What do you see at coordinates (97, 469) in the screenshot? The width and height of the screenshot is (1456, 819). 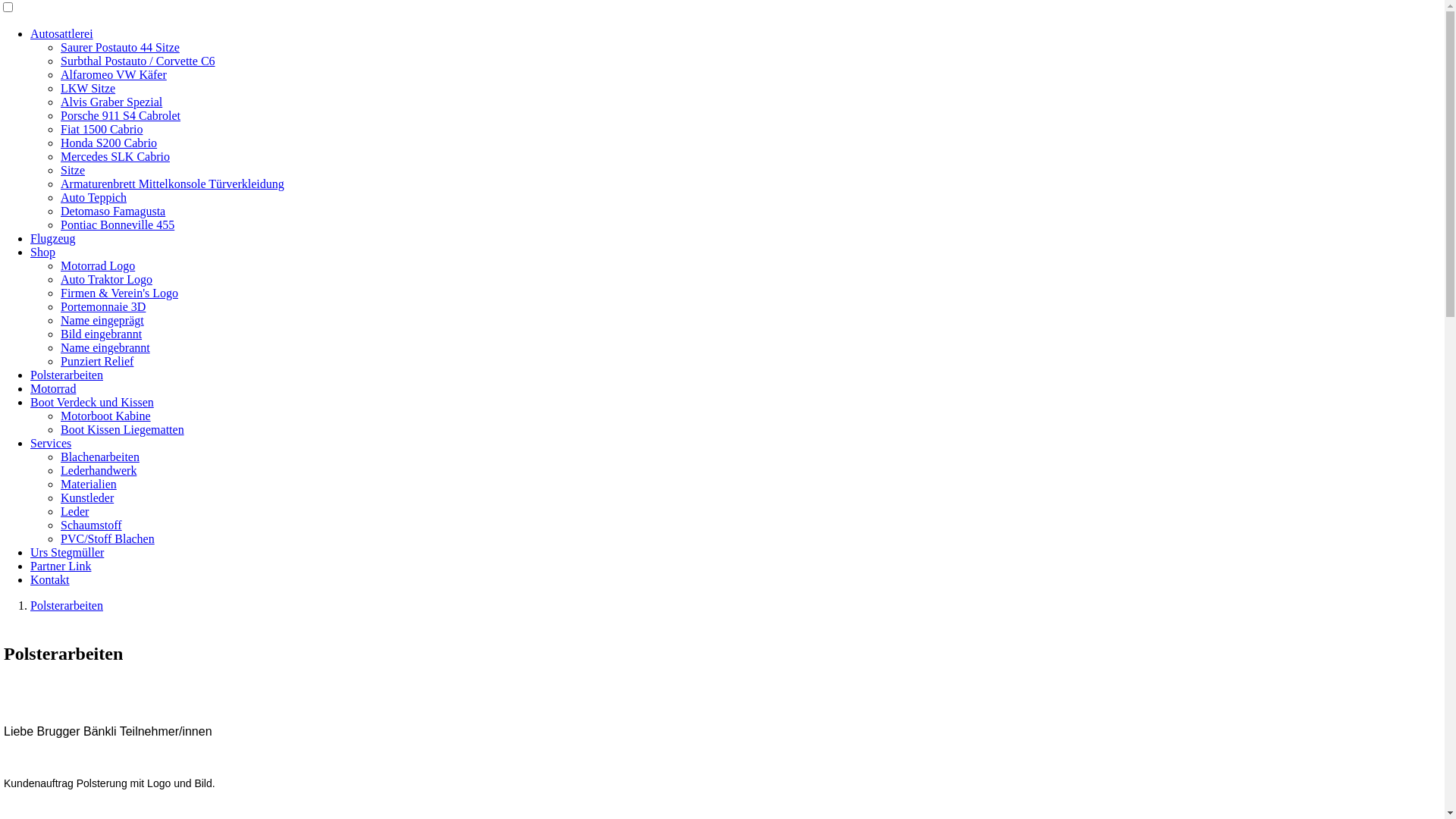 I see `'Lederhandwerk'` at bounding box center [97, 469].